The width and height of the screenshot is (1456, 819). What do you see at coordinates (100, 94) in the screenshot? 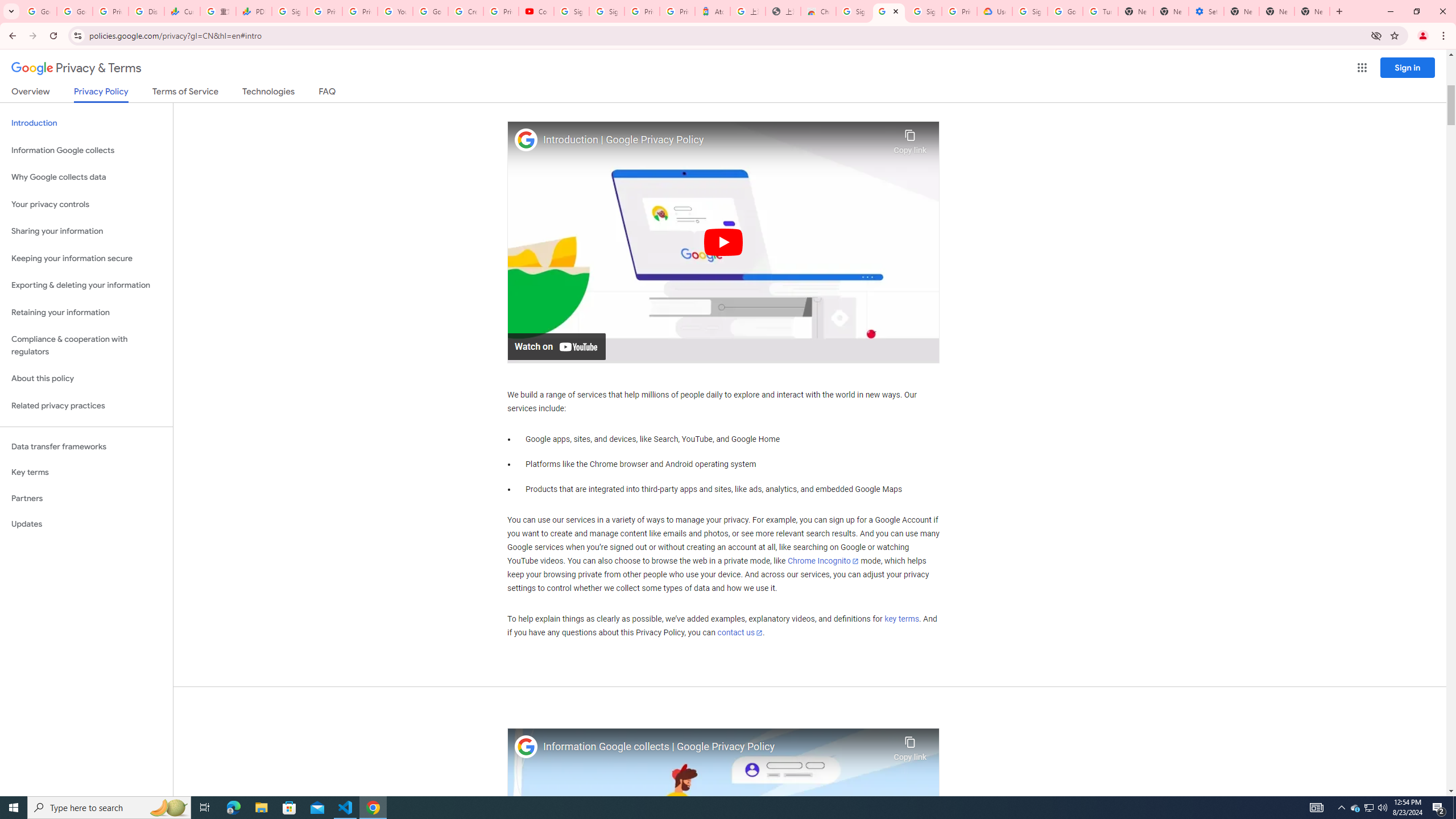
I see `'Privacy Policy'` at bounding box center [100, 94].